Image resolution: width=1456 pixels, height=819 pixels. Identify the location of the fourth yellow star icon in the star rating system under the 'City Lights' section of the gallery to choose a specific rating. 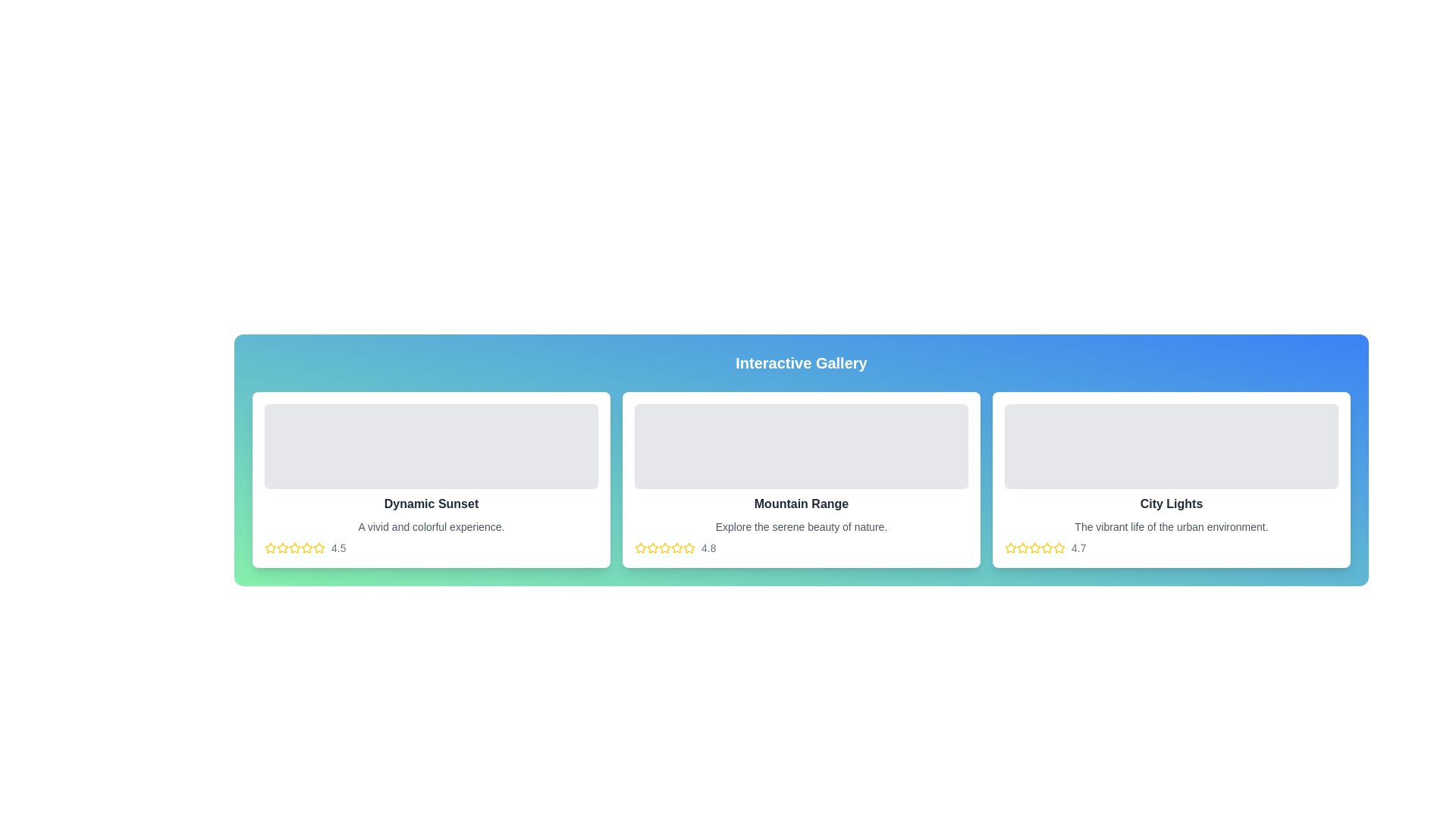
(1046, 547).